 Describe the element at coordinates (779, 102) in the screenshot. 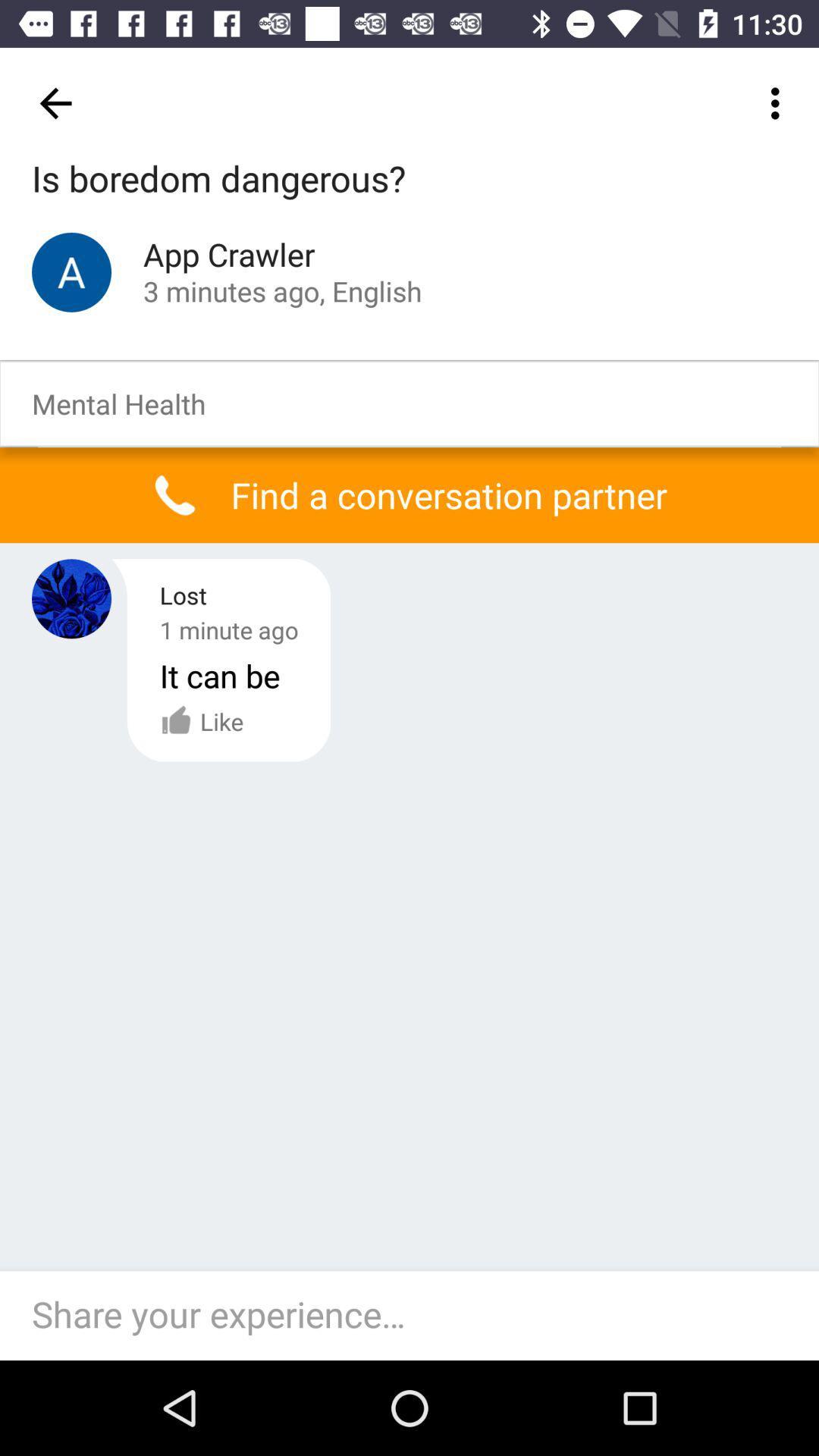

I see `icon to the right of is boredom dangerous? item` at that location.